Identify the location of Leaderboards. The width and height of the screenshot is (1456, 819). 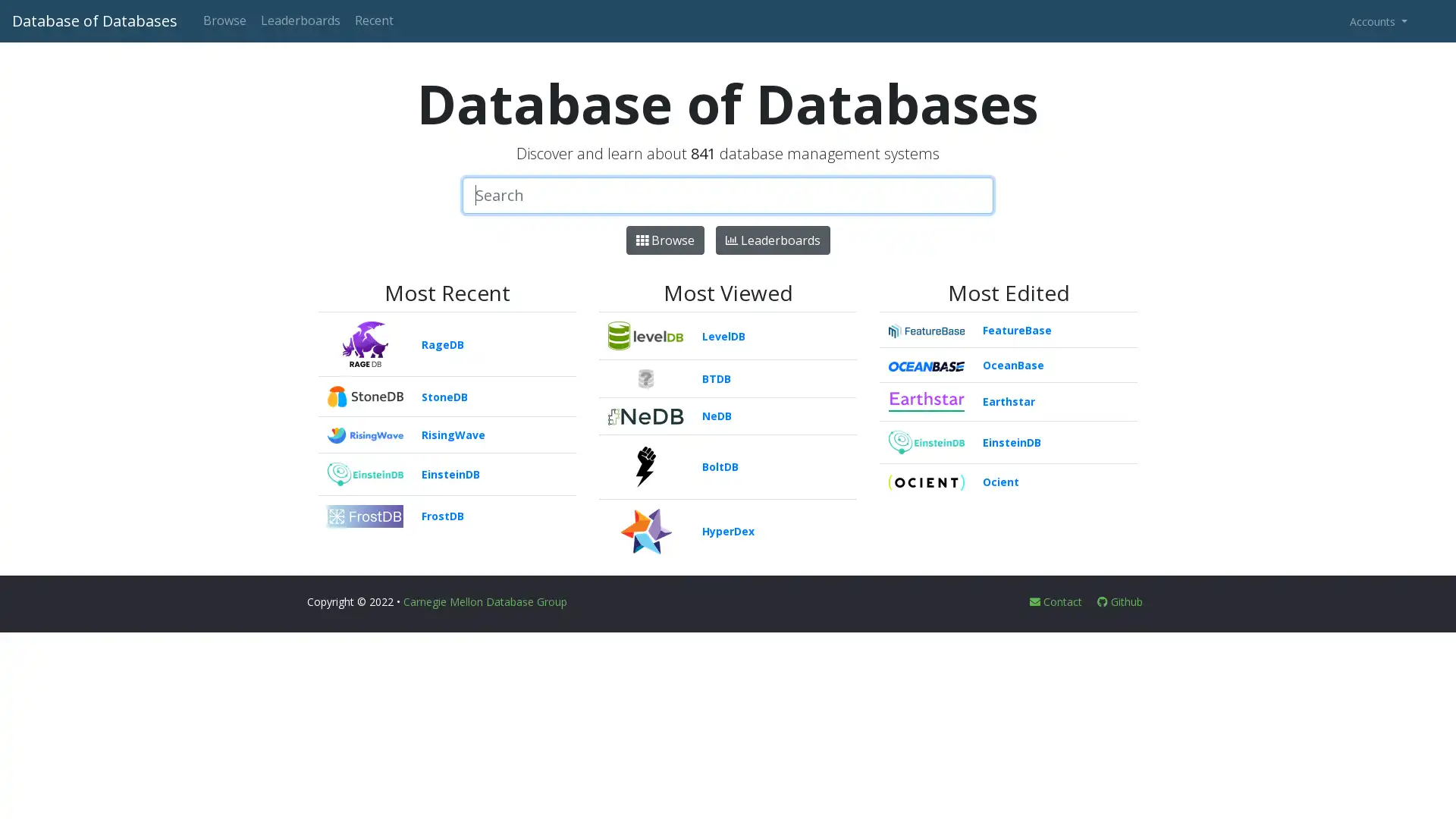
(772, 239).